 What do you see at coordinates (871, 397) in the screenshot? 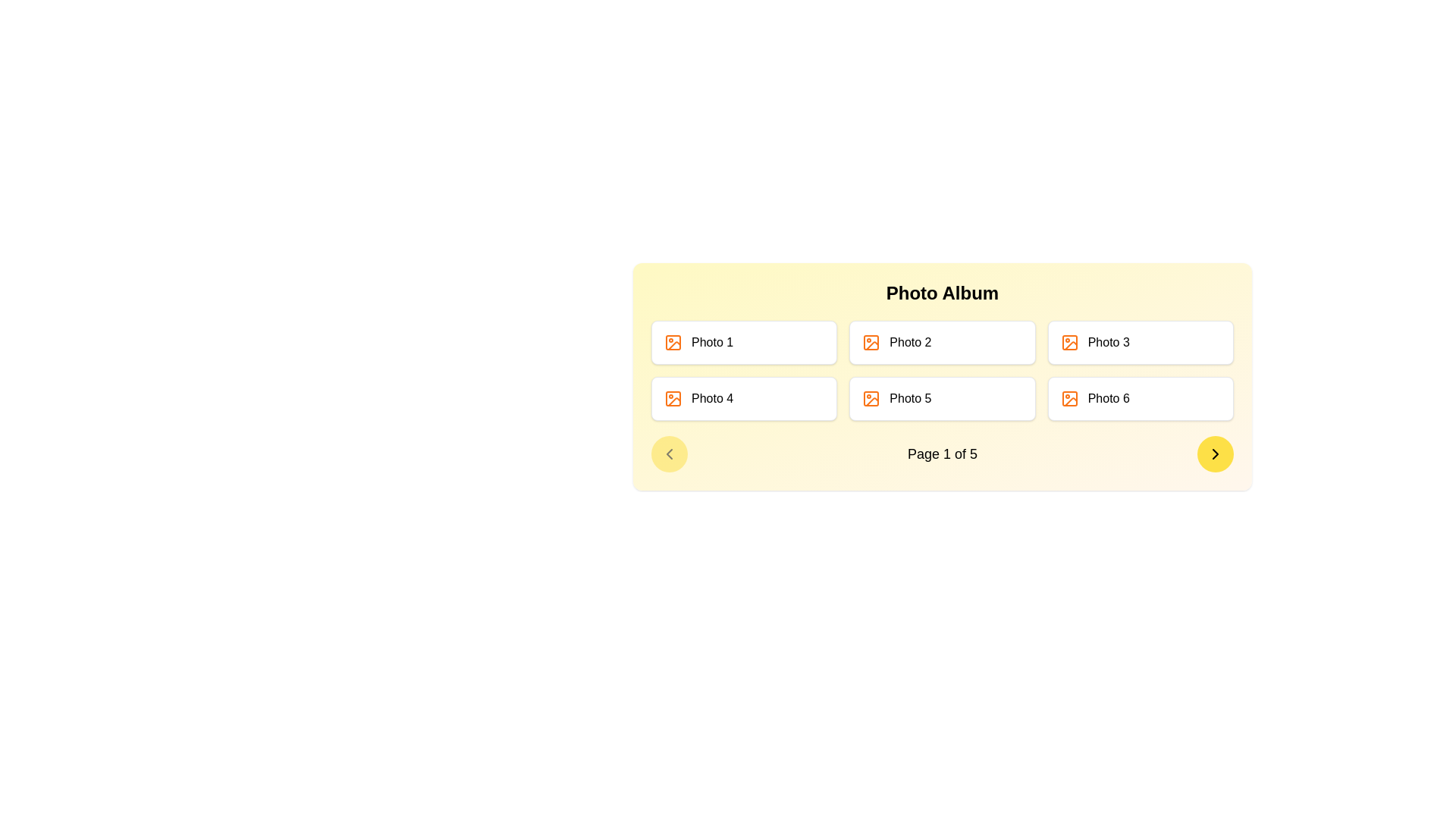
I see `the orange-colored icon resembling a simplified image placeholder with a slashed line and a circular mark, located in the center-left area of the 'Photo 5' card` at bounding box center [871, 397].